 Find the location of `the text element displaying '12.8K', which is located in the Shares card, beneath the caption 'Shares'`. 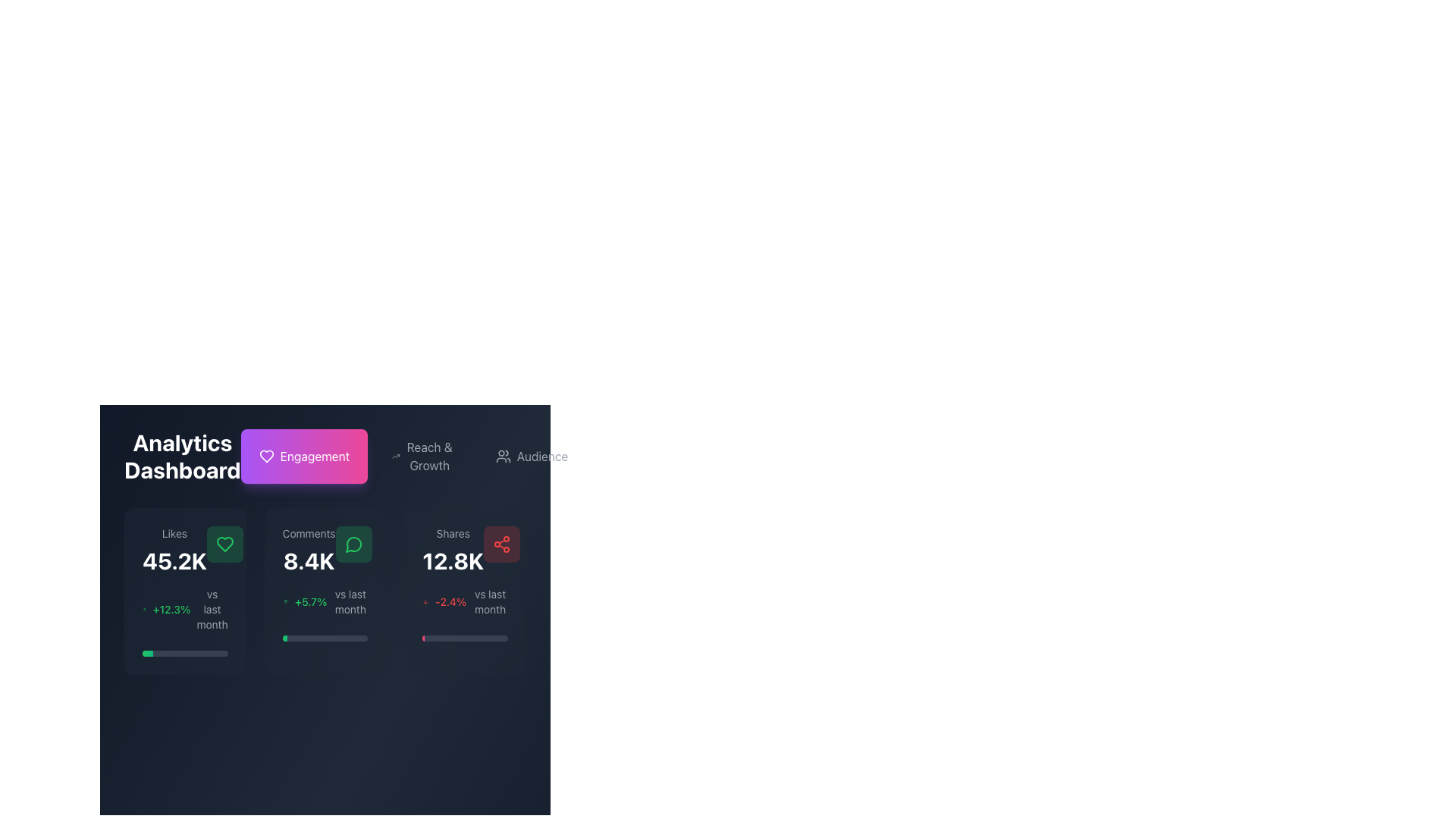

the text element displaying '12.8K', which is located in the Shares card, beneath the caption 'Shares' is located at coordinates (452, 561).